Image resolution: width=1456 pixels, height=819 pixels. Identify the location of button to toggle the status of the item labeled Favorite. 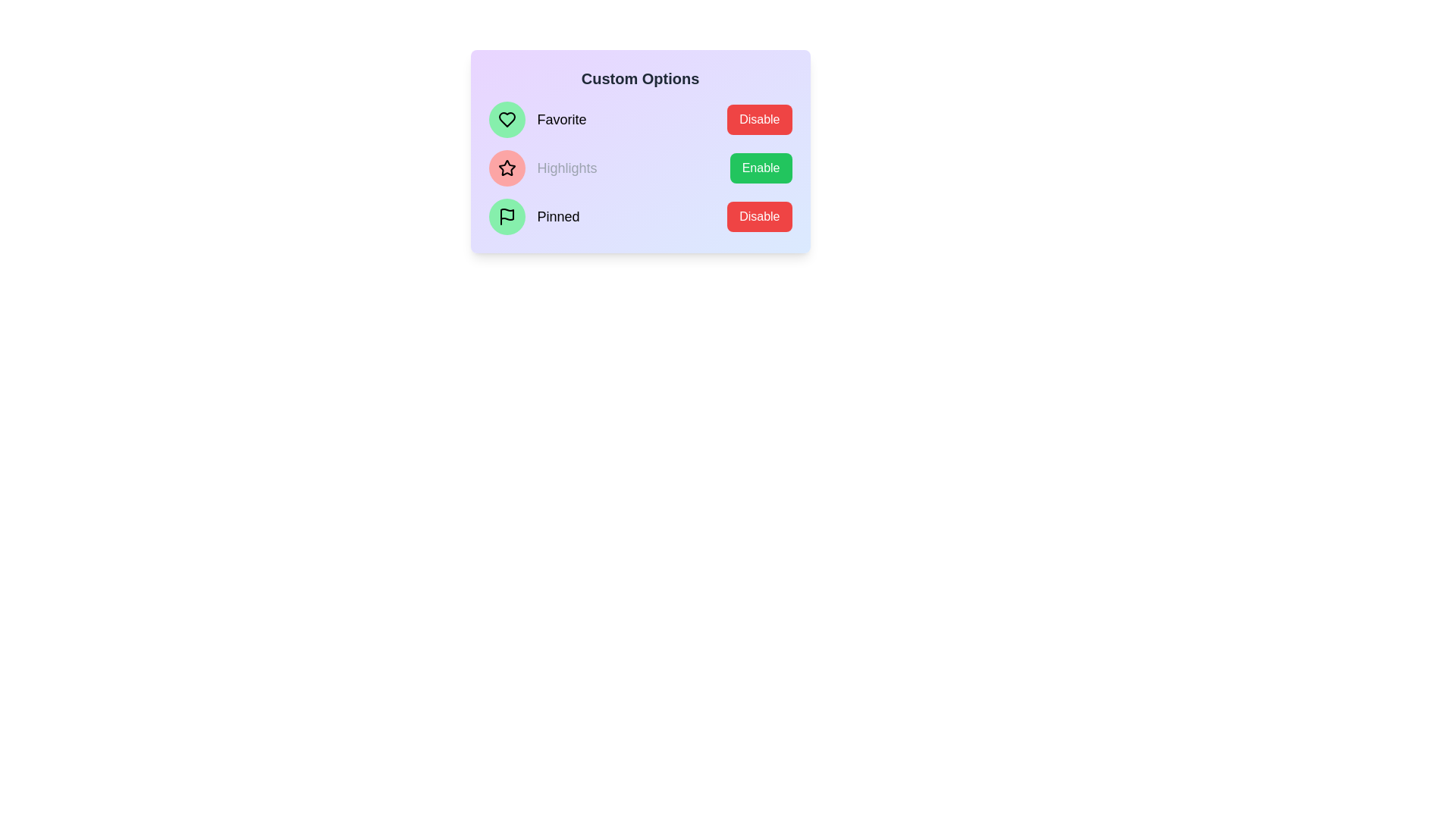
(759, 119).